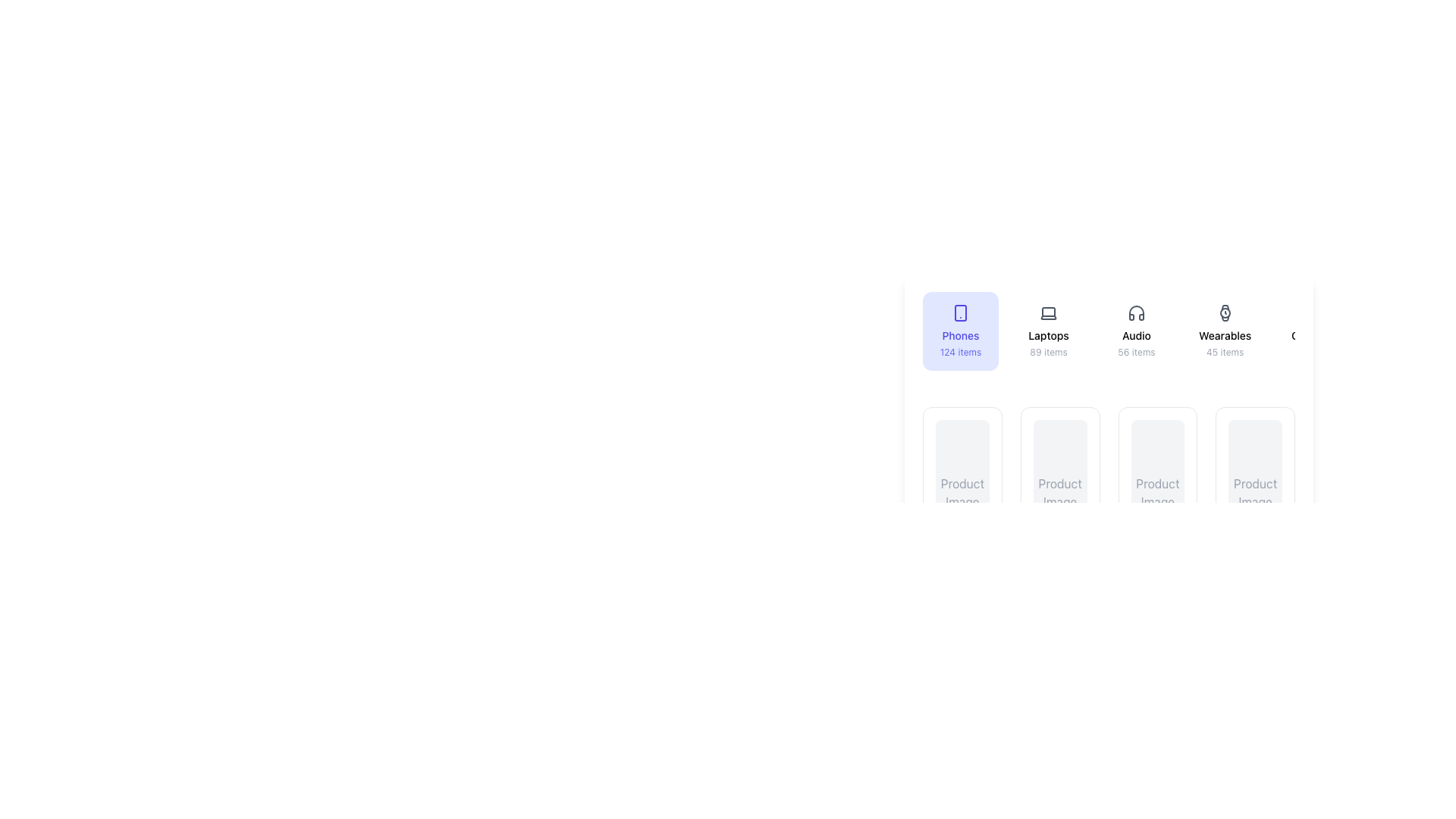 This screenshot has height=819, width=1456. What do you see at coordinates (1225, 330) in the screenshot?
I see `the Interactive category card labeled 'Wearables', which features a watch icon at the top and indicates '45 items', to filter or navigate to the 'Wearables' section` at bounding box center [1225, 330].